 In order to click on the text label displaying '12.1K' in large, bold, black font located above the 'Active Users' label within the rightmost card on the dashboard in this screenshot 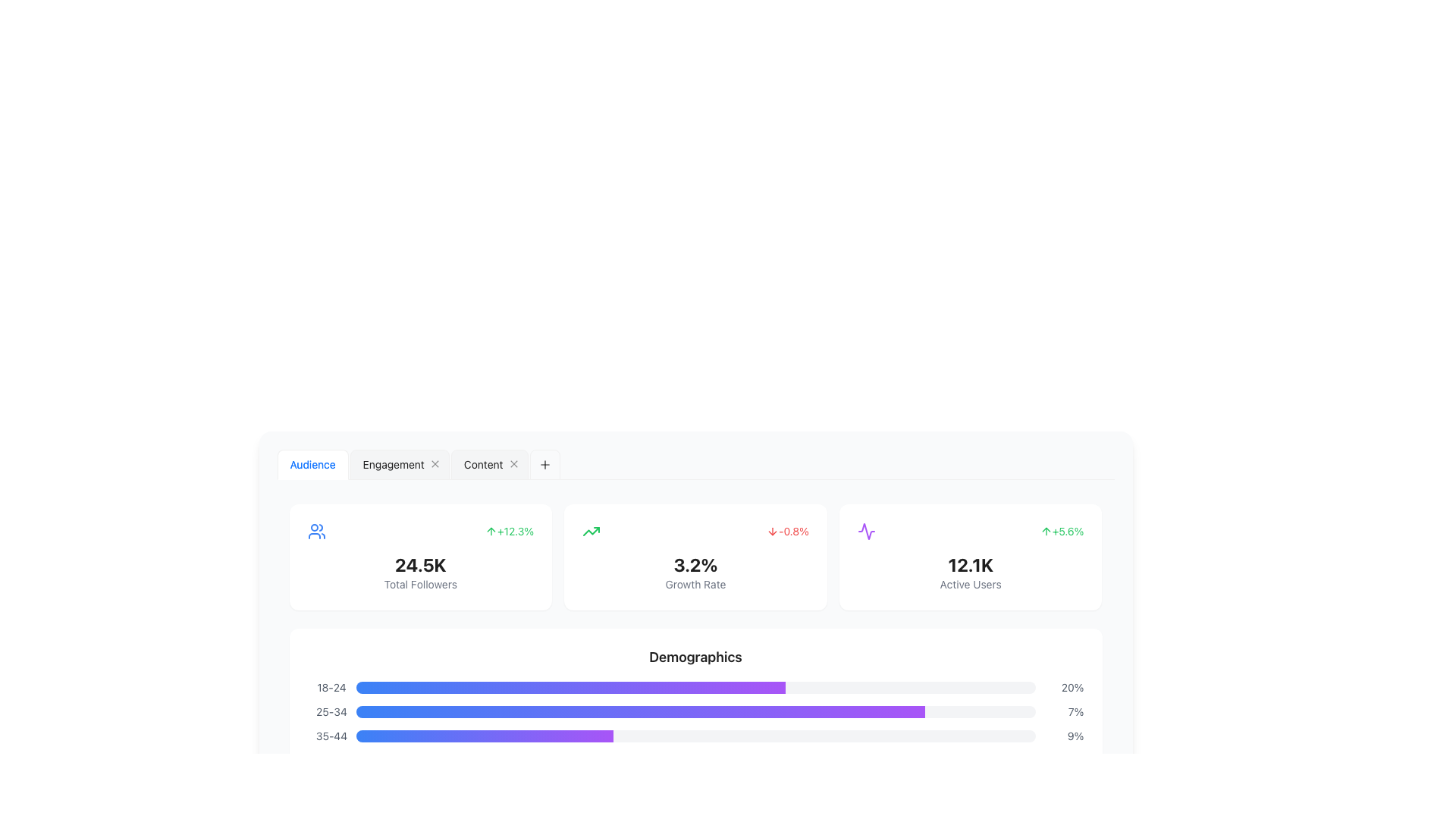, I will do `click(971, 564)`.